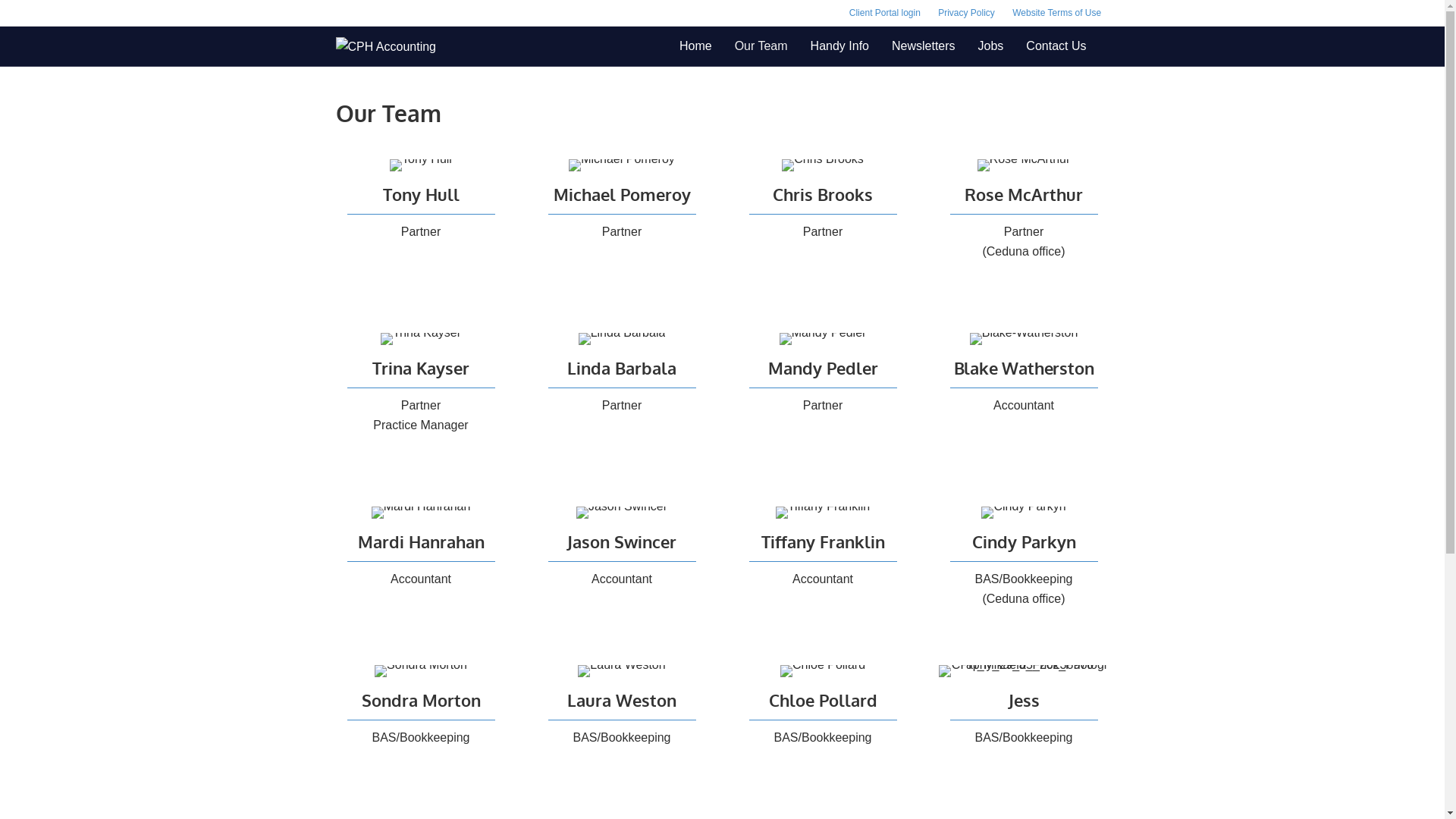  I want to click on 'Michael-Pomeroy', so click(622, 165).